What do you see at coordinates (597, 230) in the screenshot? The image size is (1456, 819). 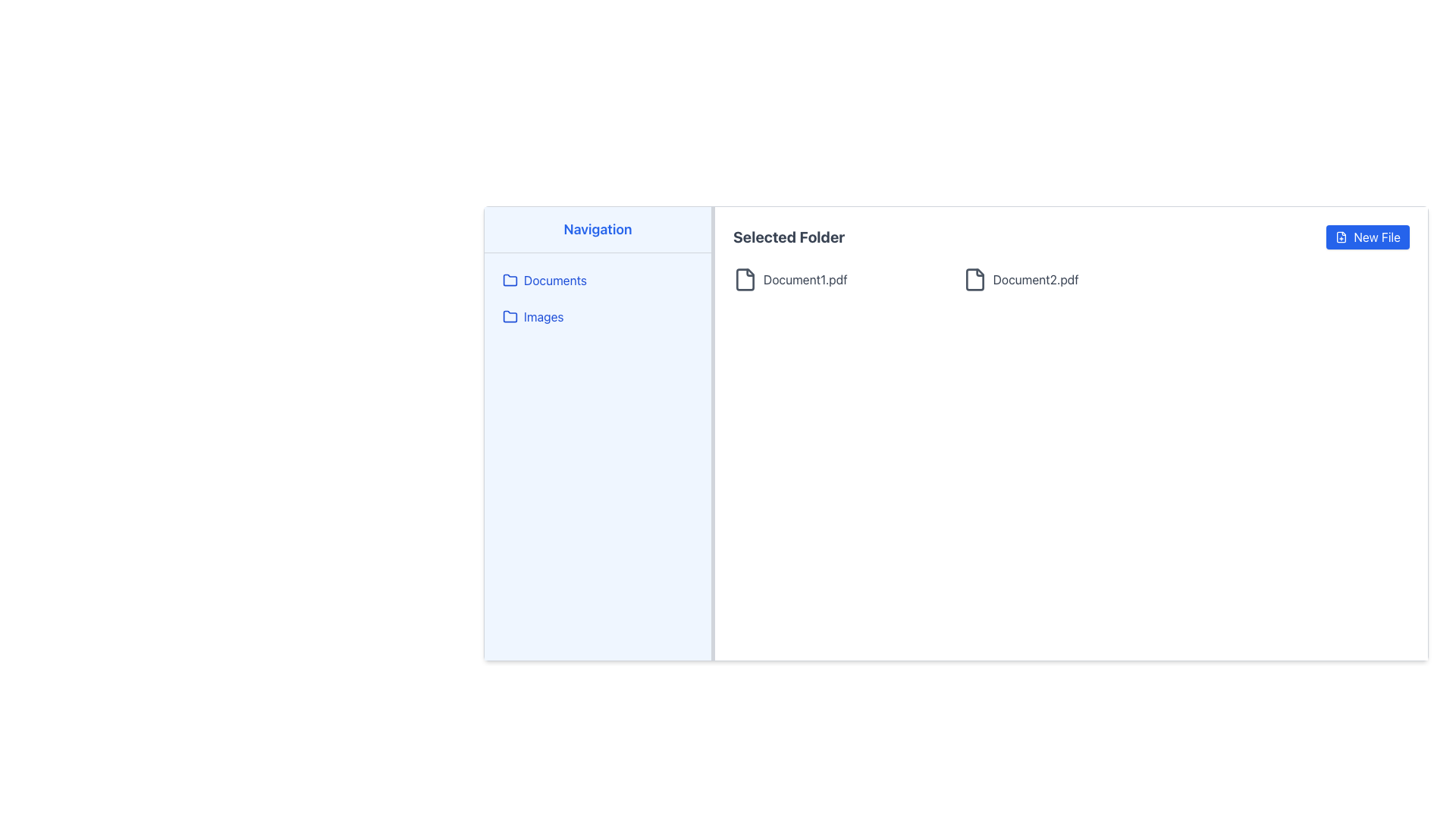 I see `text content of the heading label located at the top-left of the navigation sidebar, above 'Documents' and 'Images'` at bounding box center [597, 230].